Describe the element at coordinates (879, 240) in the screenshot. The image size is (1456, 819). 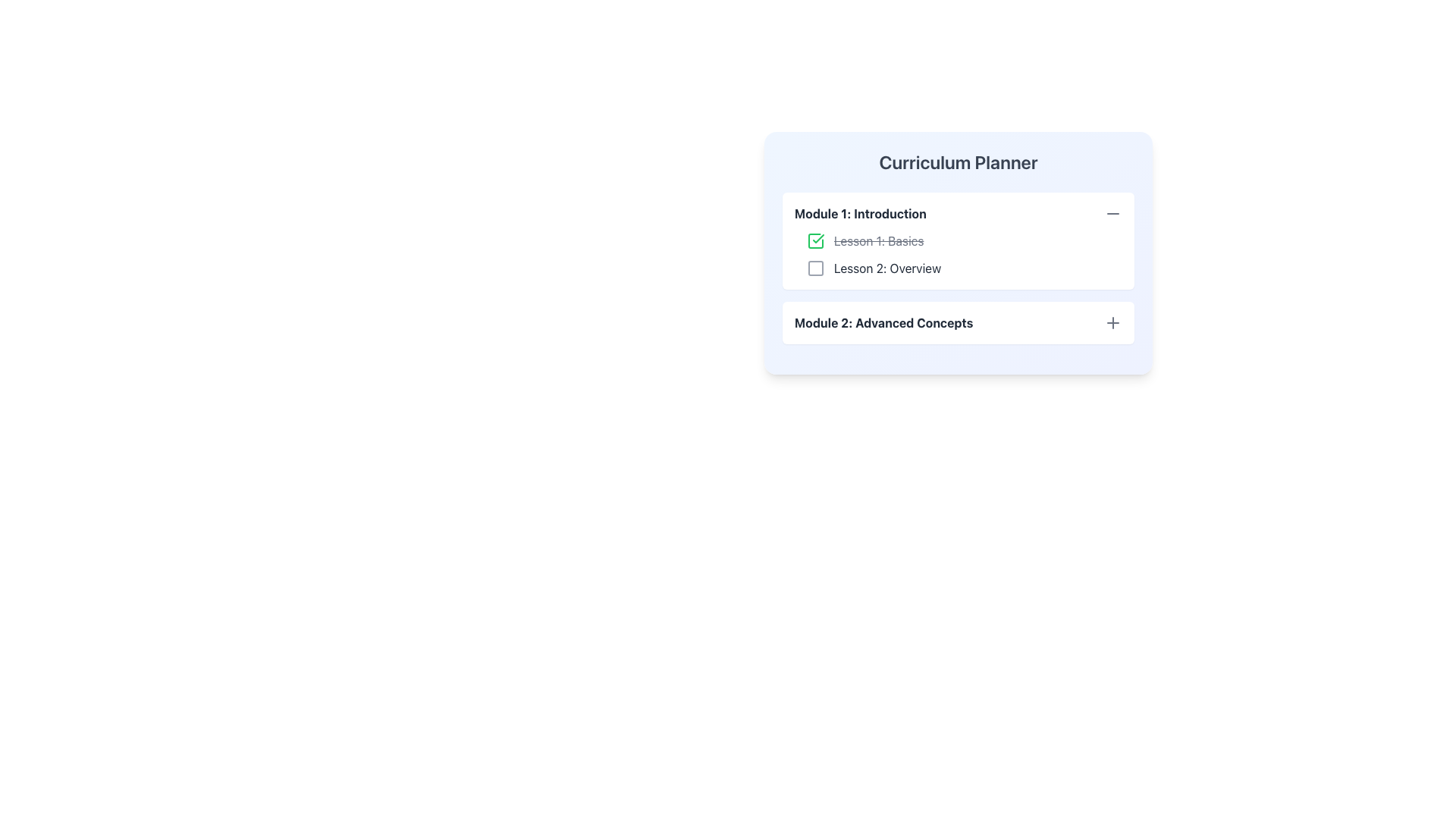
I see `the completed lesson title text in the Curriculum Planner module, located under 'Module 1: Introduction', positioned to the right of the green checkmark icon` at that location.